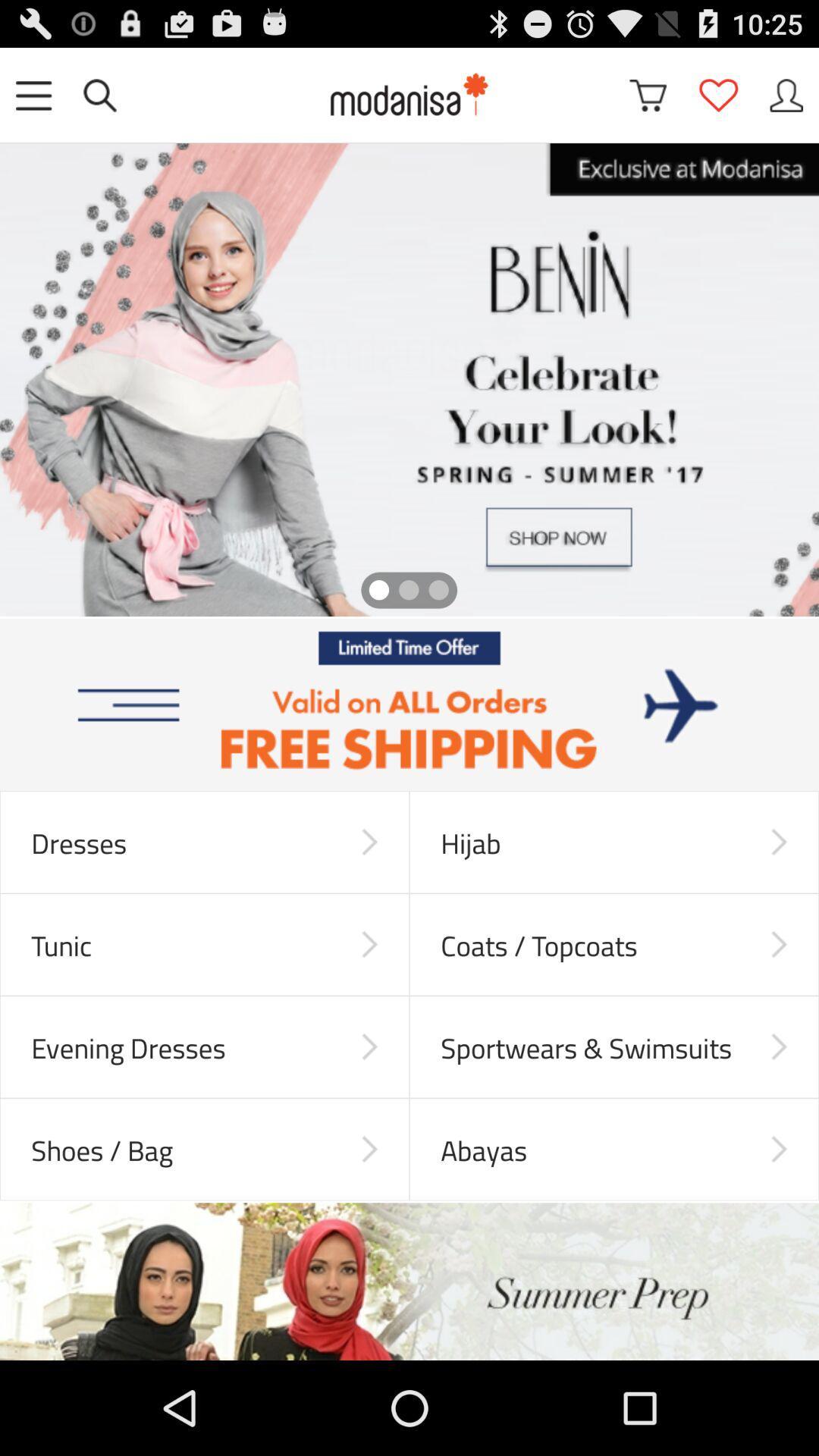  What do you see at coordinates (717, 94) in the screenshot?
I see `favorite` at bounding box center [717, 94].